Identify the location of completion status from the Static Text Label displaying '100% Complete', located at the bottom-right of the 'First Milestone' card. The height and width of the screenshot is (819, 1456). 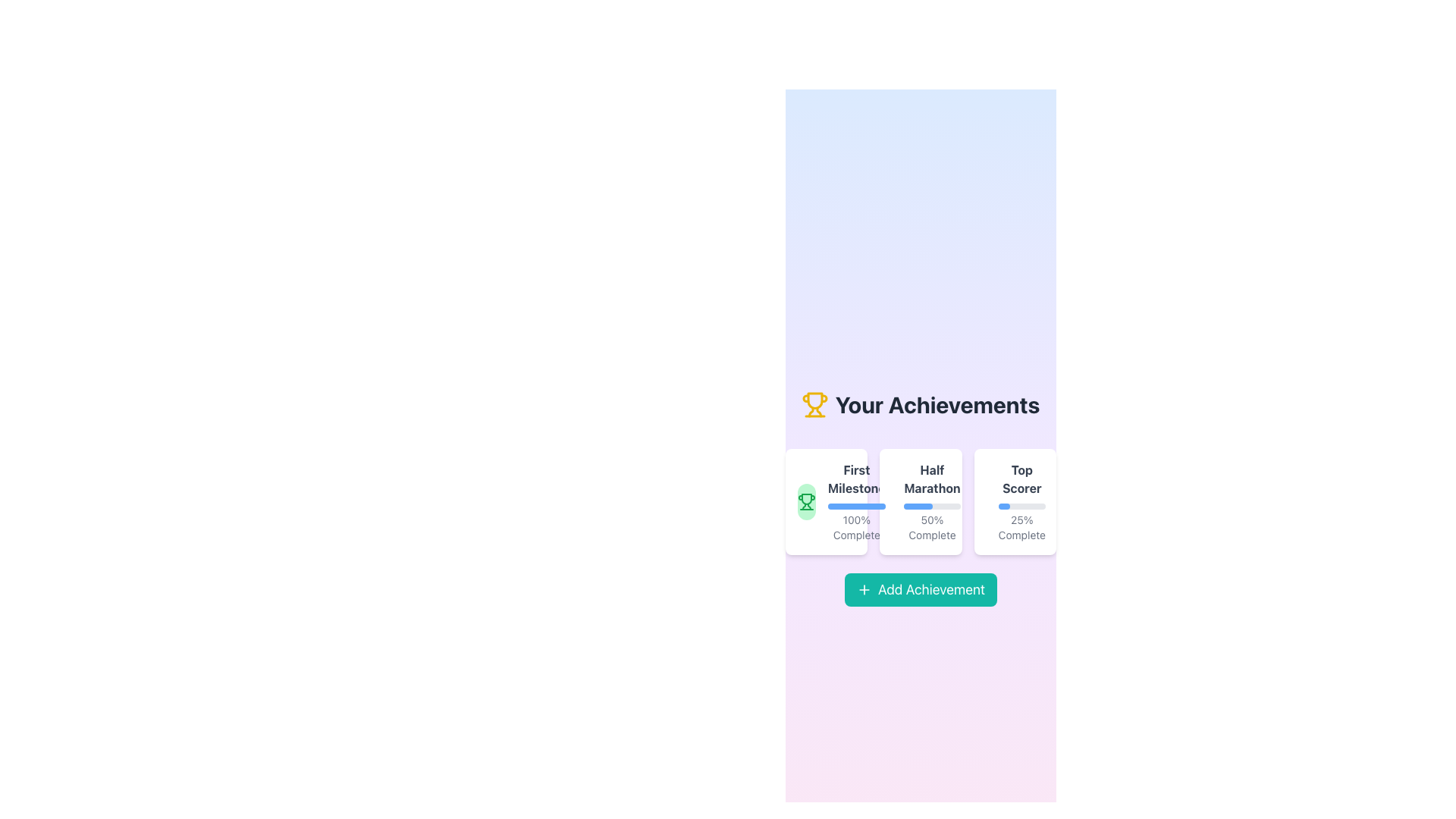
(856, 526).